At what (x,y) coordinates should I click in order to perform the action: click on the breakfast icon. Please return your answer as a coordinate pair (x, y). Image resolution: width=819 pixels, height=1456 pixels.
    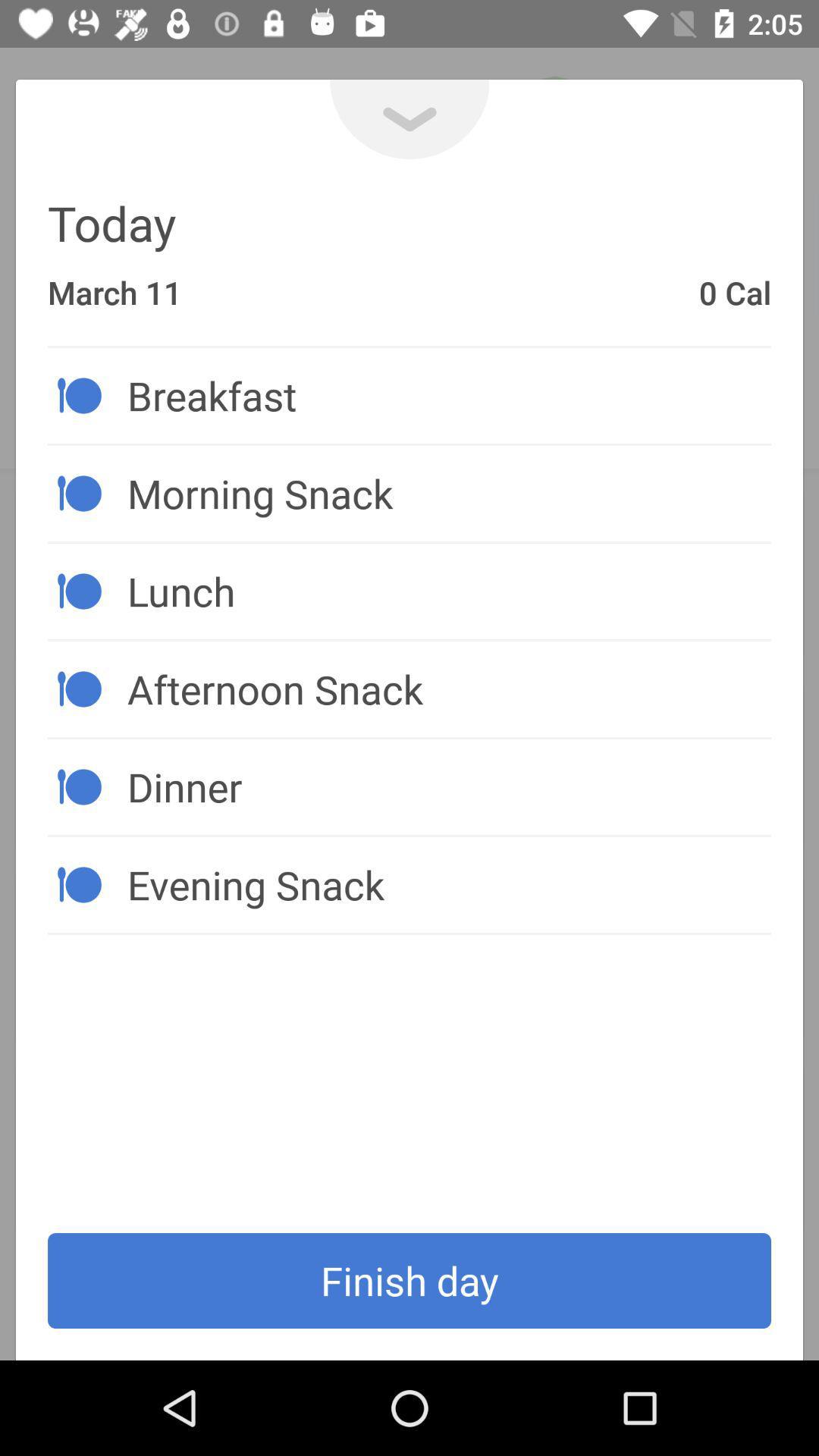
    Looking at the image, I should click on (448, 395).